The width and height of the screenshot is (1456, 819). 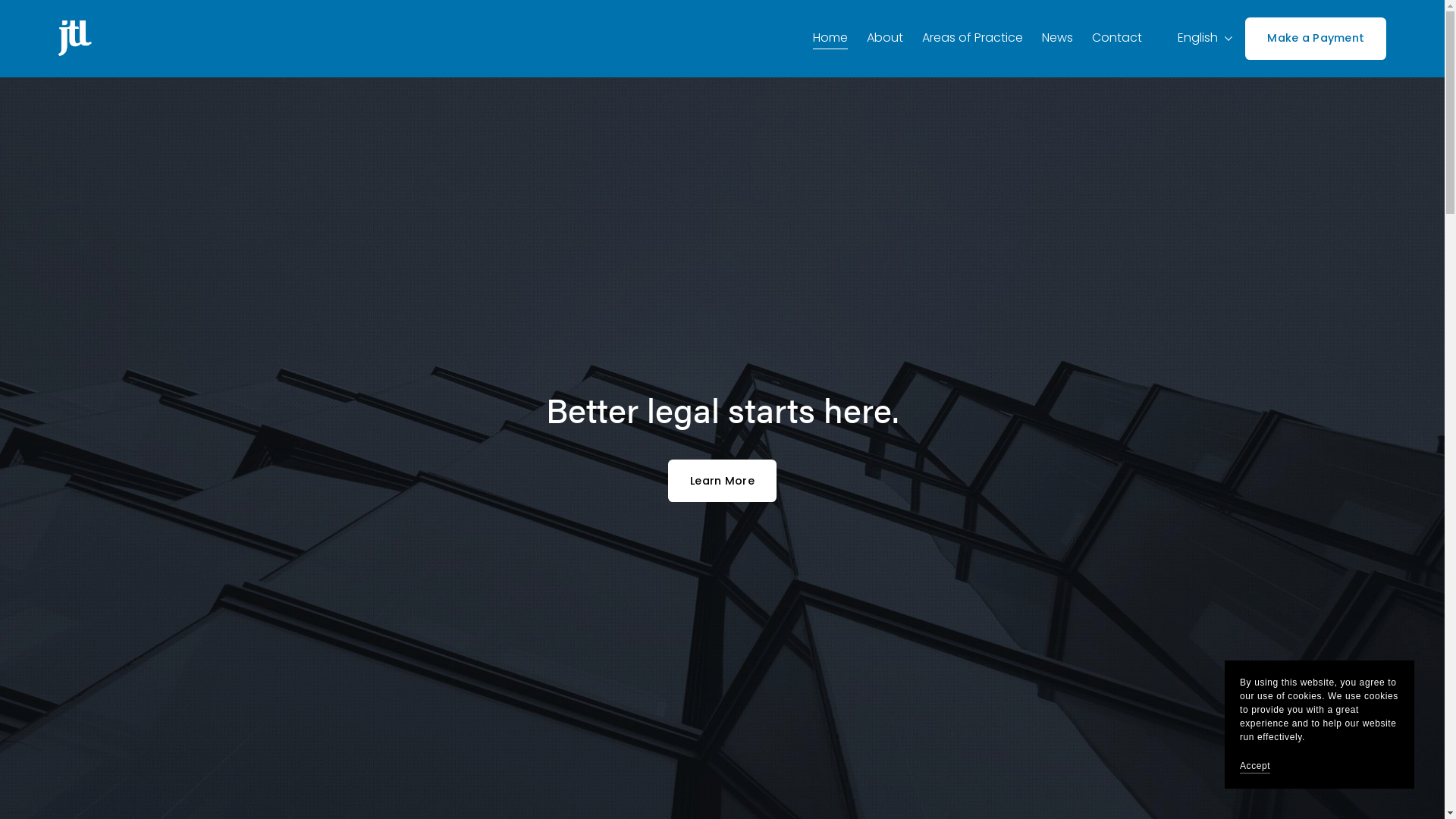 I want to click on 'Contact', so click(x=1117, y=37).